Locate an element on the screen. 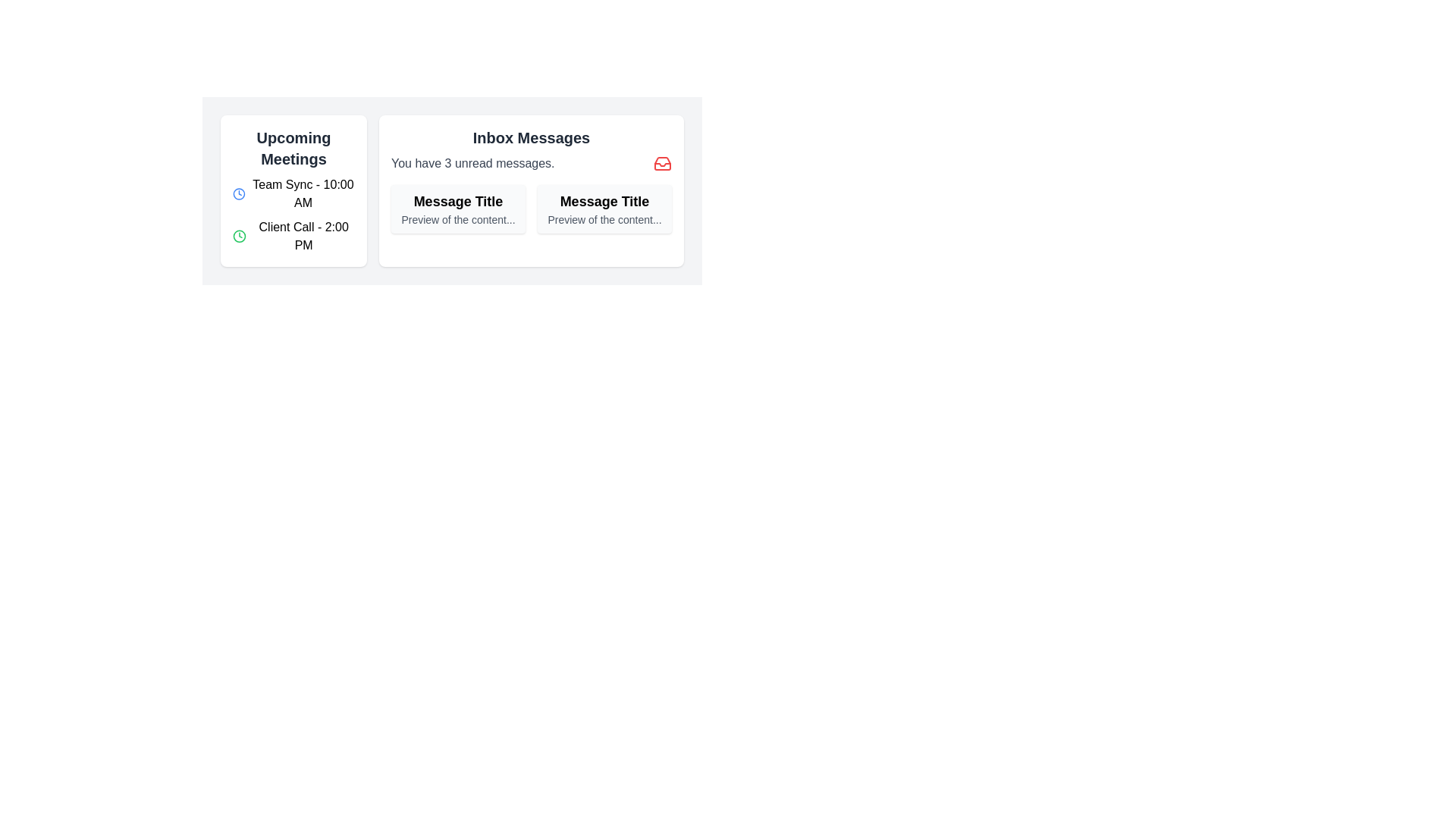 Image resolution: width=1456 pixels, height=819 pixels. the text label displaying 'Team Sync - 10:00 AM', which is the first meeting item under the 'Upcoming Meetings' section in the left-most panel is located at coordinates (303, 193).